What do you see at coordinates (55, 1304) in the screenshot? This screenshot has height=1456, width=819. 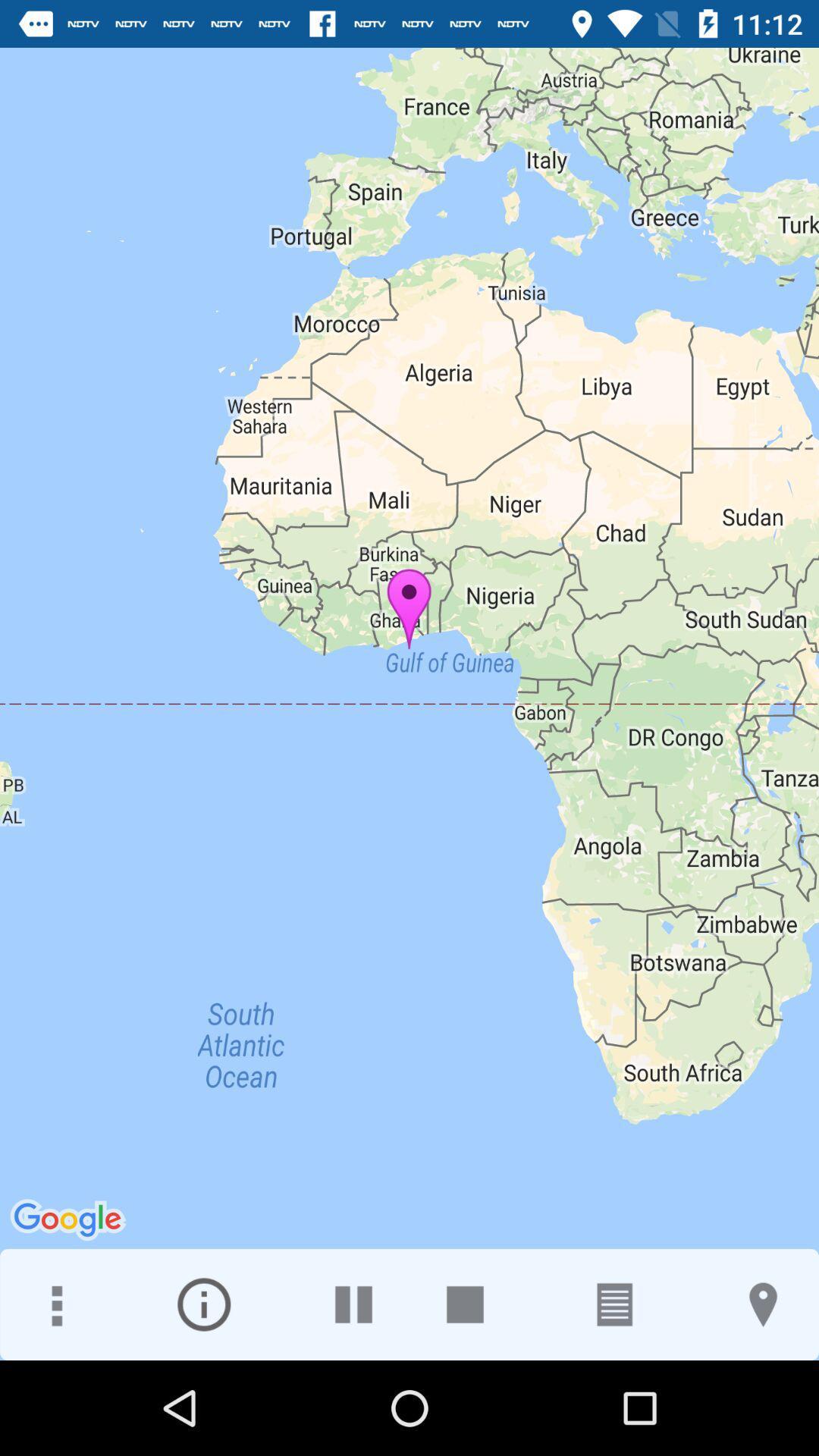 I see `the more icon` at bounding box center [55, 1304].